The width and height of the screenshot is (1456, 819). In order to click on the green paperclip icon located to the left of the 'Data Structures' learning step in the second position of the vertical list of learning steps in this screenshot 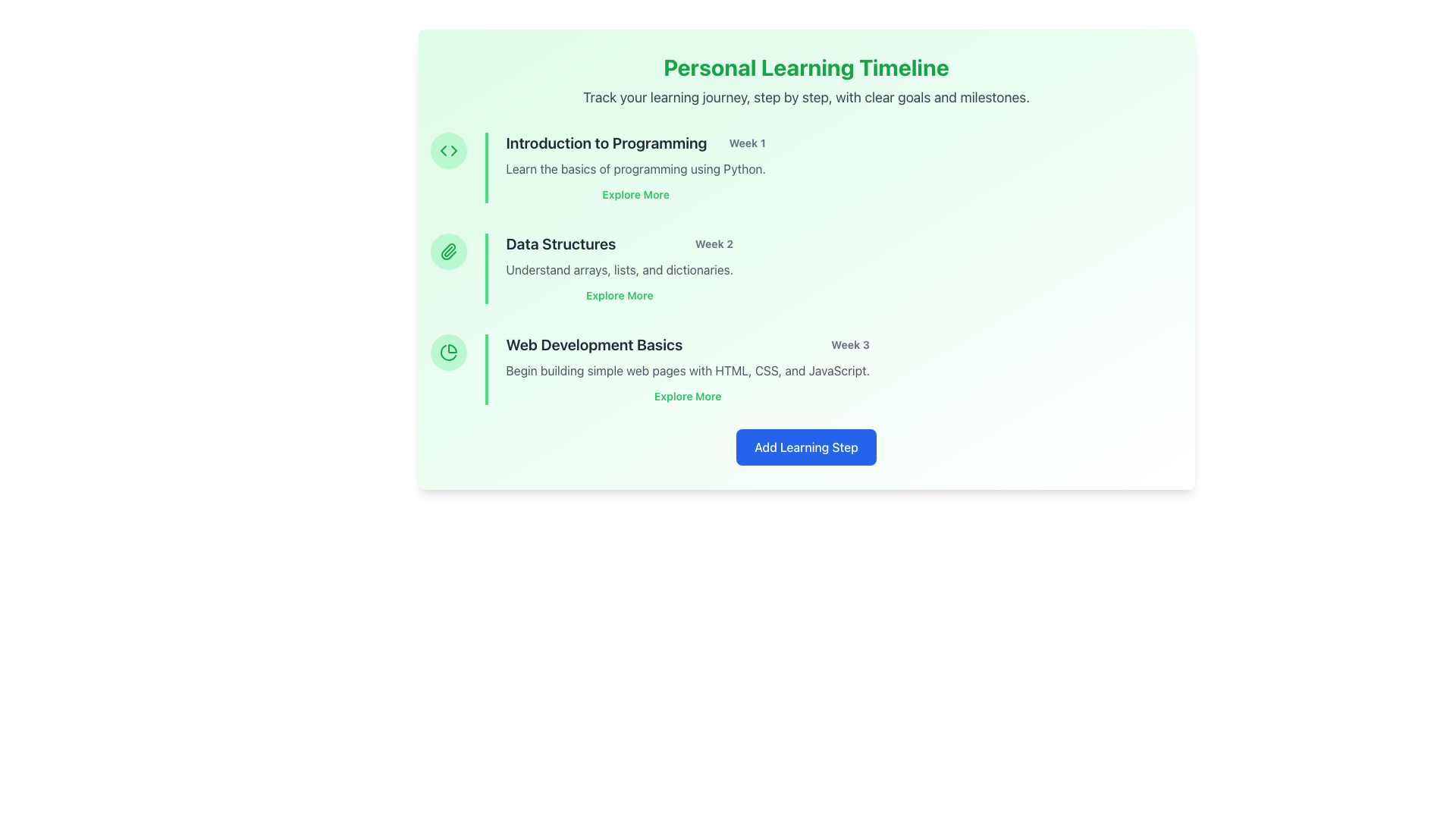, I will do `click(447, 250)`.